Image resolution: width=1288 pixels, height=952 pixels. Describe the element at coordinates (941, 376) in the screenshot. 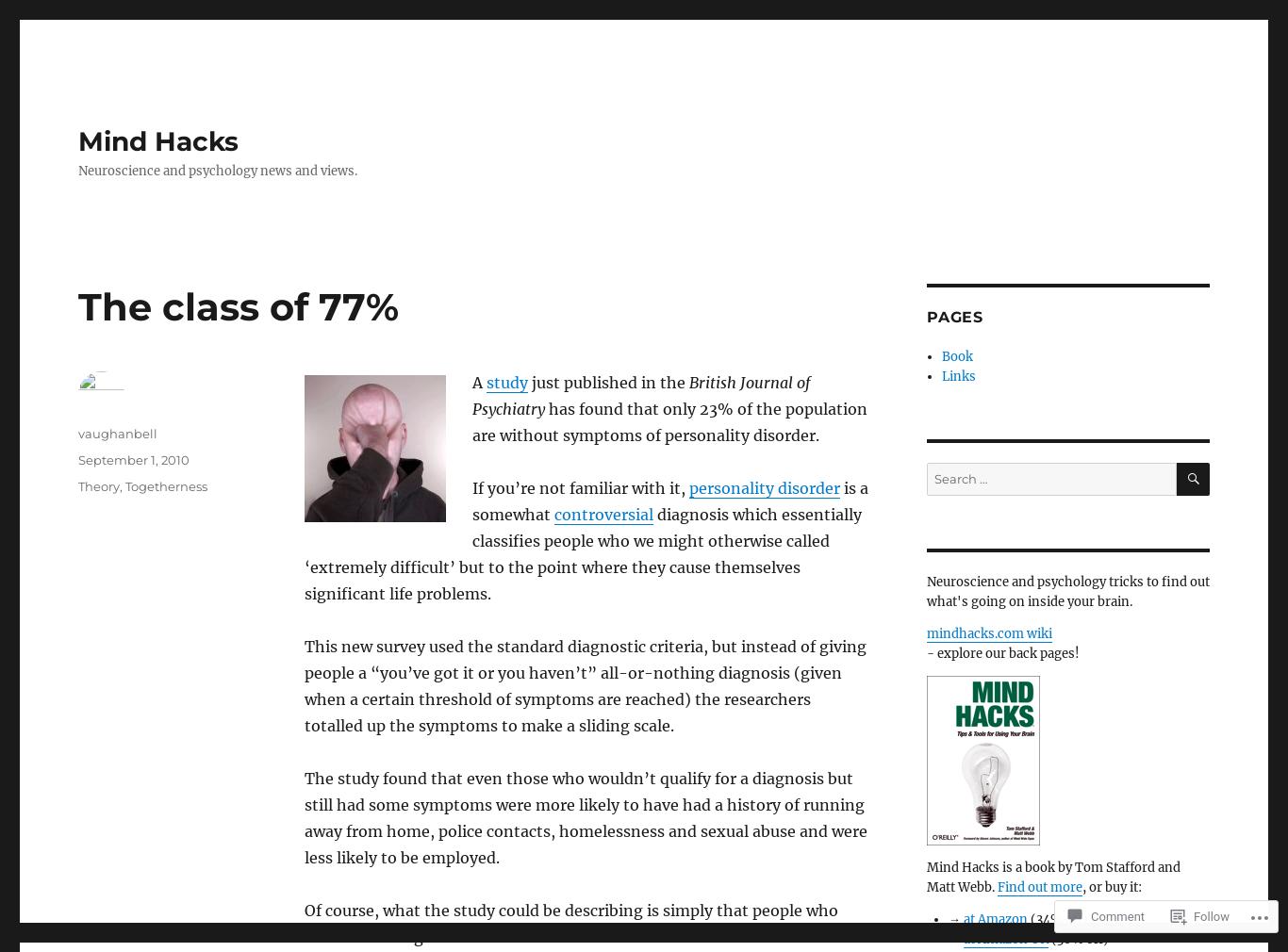

I see `'Links'` at that location.